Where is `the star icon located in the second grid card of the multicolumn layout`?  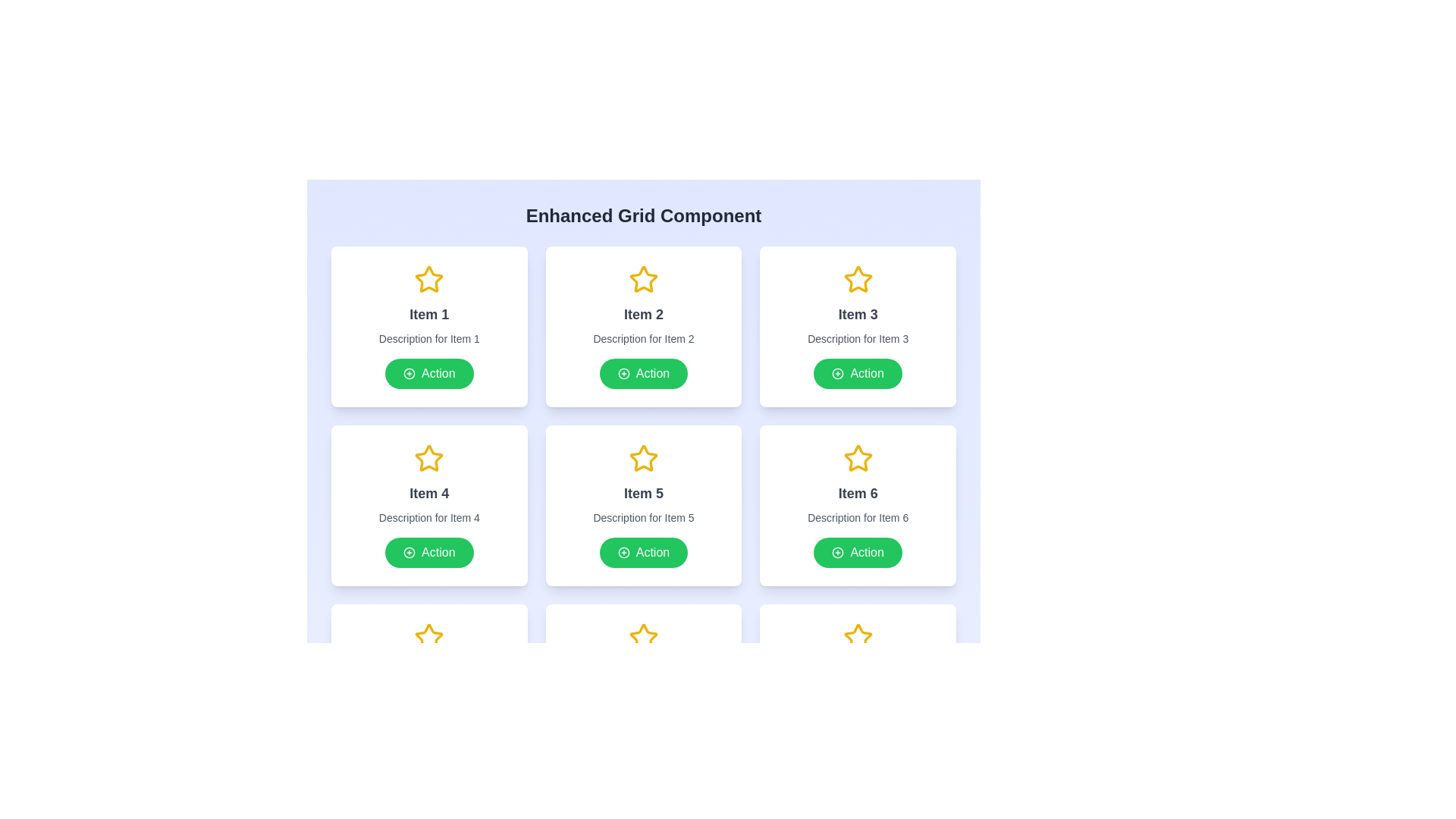
the star icon located in the second grid card of the multicolumn layout is located at coordinates (644, 280).